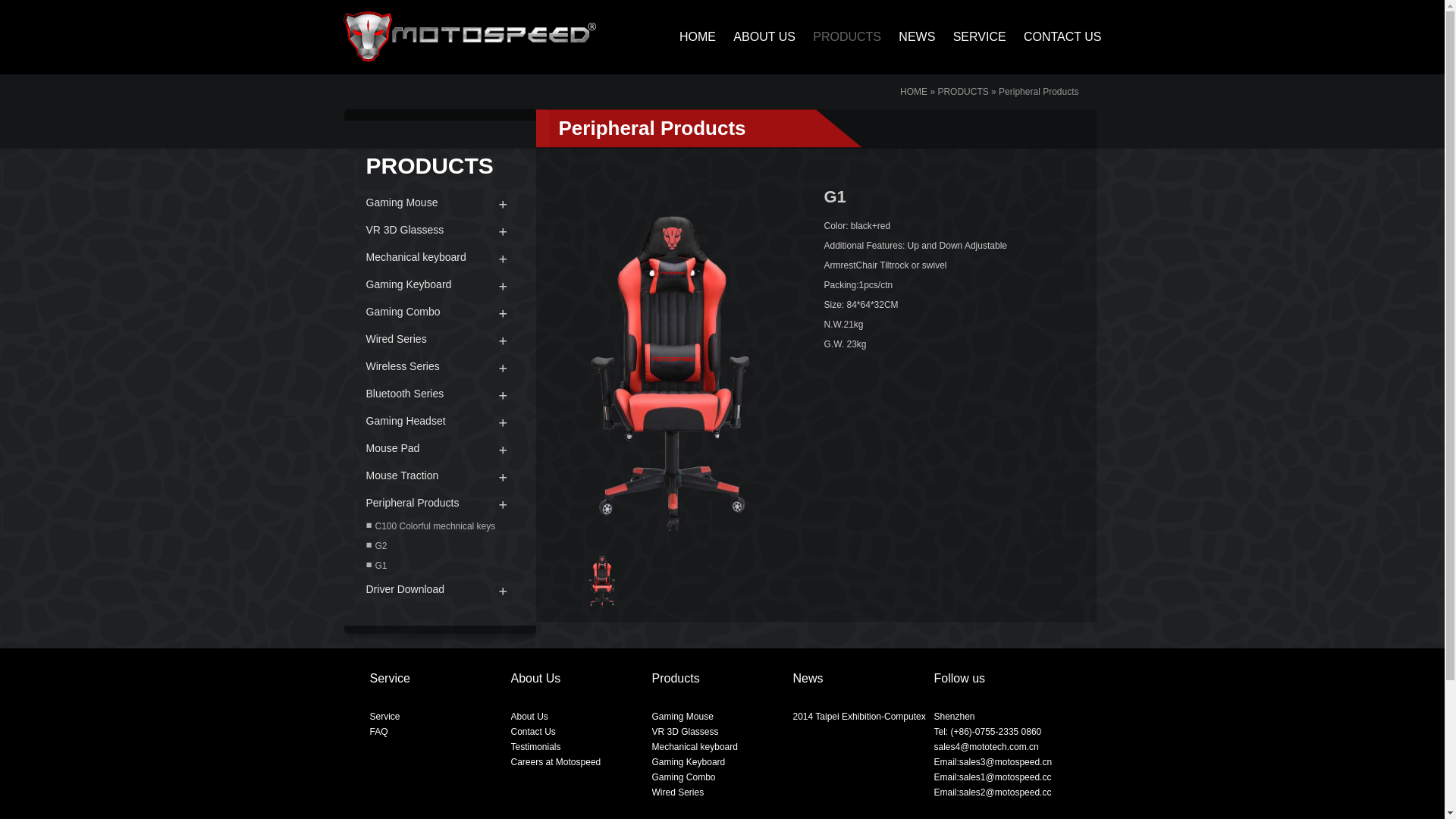  I want to click on 'Wireless Series', so click(438, 366).